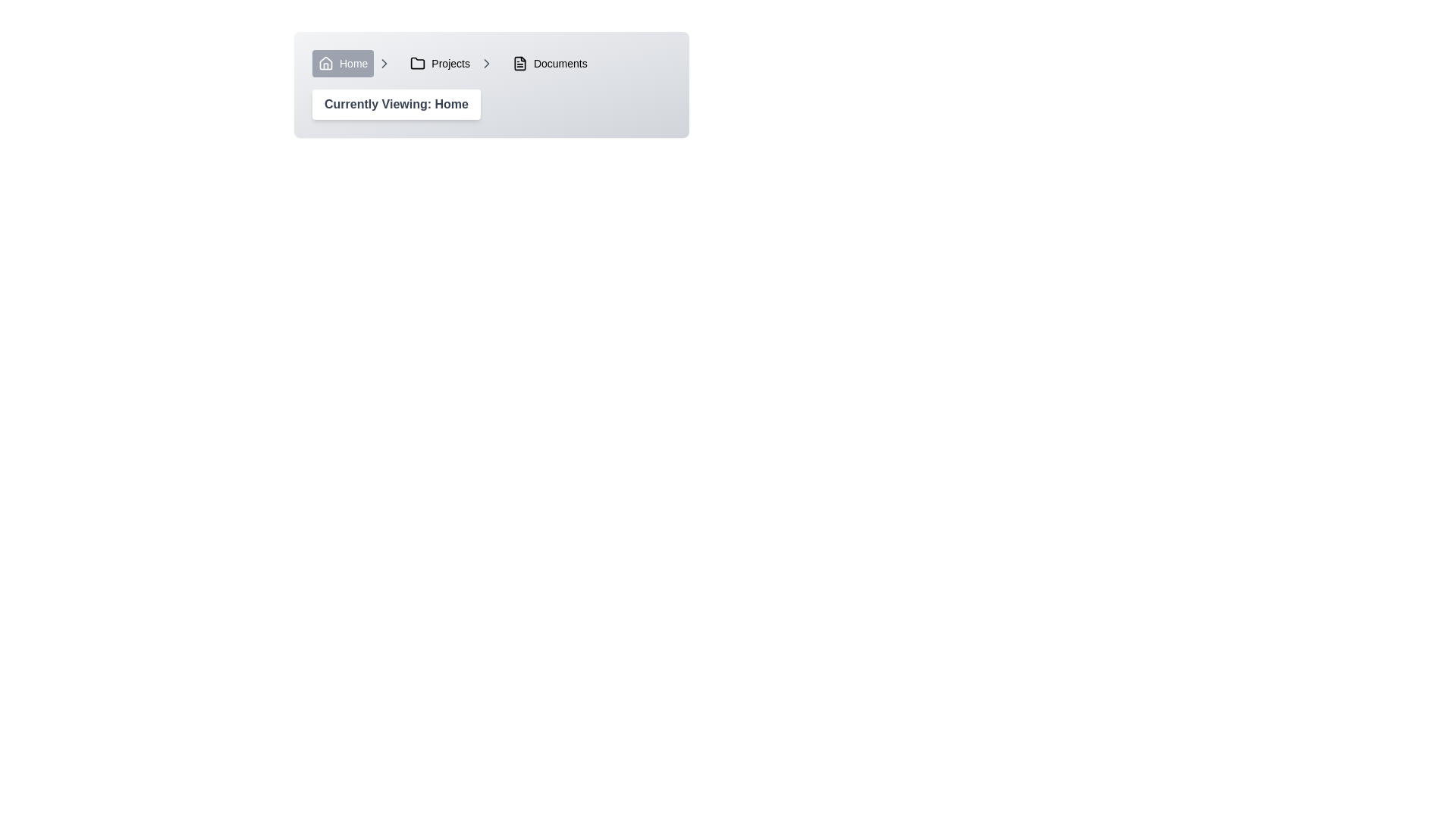  Describe the element at coordinates (491, 63) in the screenshot. I see `an individual breadcrumb item in the Breadcrumb Navigation Bar` at that location.